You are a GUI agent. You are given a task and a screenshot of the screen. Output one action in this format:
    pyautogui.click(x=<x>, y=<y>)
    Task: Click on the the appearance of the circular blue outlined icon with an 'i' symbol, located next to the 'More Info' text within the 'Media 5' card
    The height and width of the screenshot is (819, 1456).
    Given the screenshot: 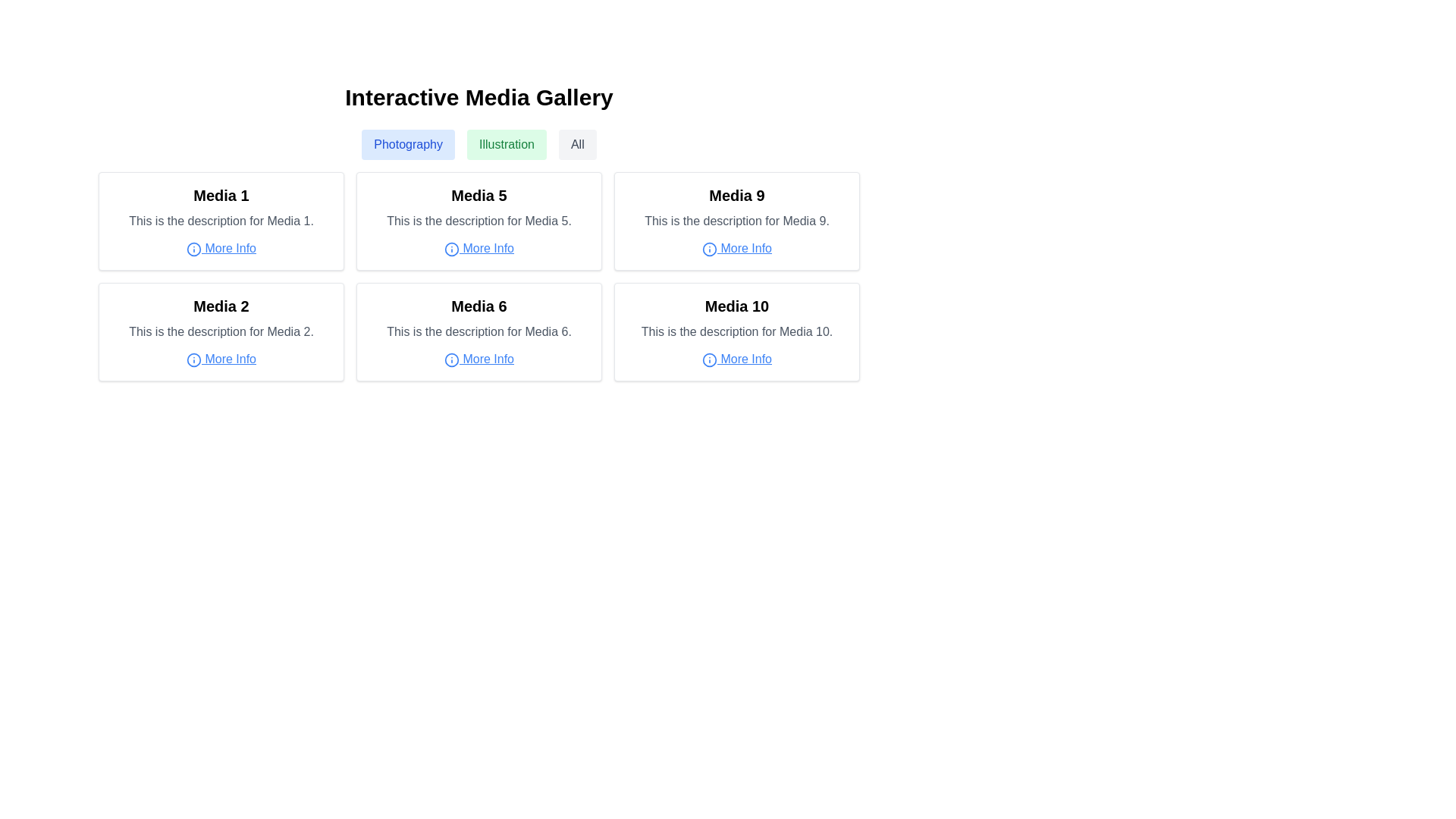 What is the action you would take?
    pyautogui.click(x=450, y=248)
    